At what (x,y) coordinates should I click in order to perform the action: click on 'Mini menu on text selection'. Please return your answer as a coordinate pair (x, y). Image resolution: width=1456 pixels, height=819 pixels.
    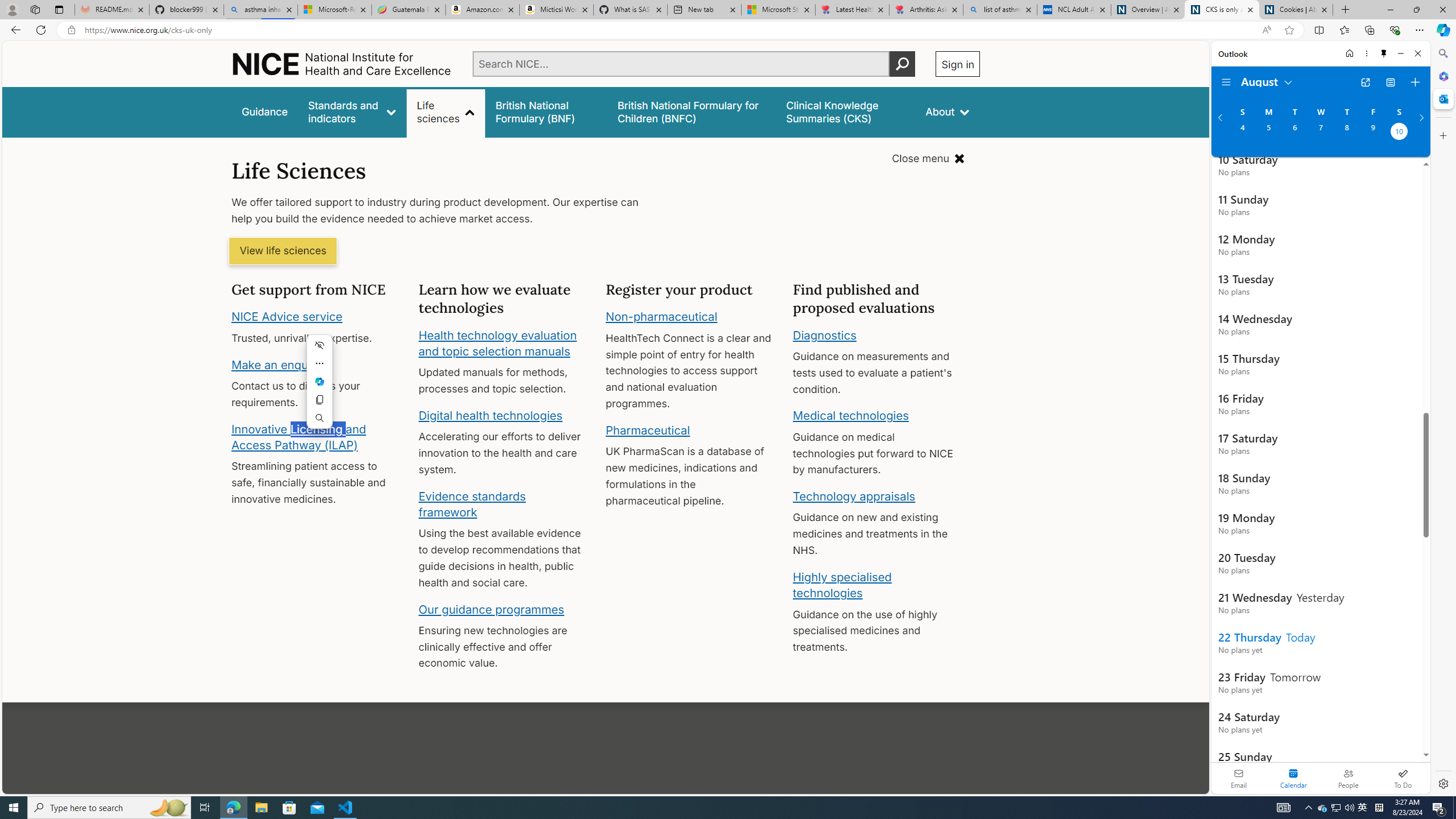
    Looking at the image, I should click on (318, 387).